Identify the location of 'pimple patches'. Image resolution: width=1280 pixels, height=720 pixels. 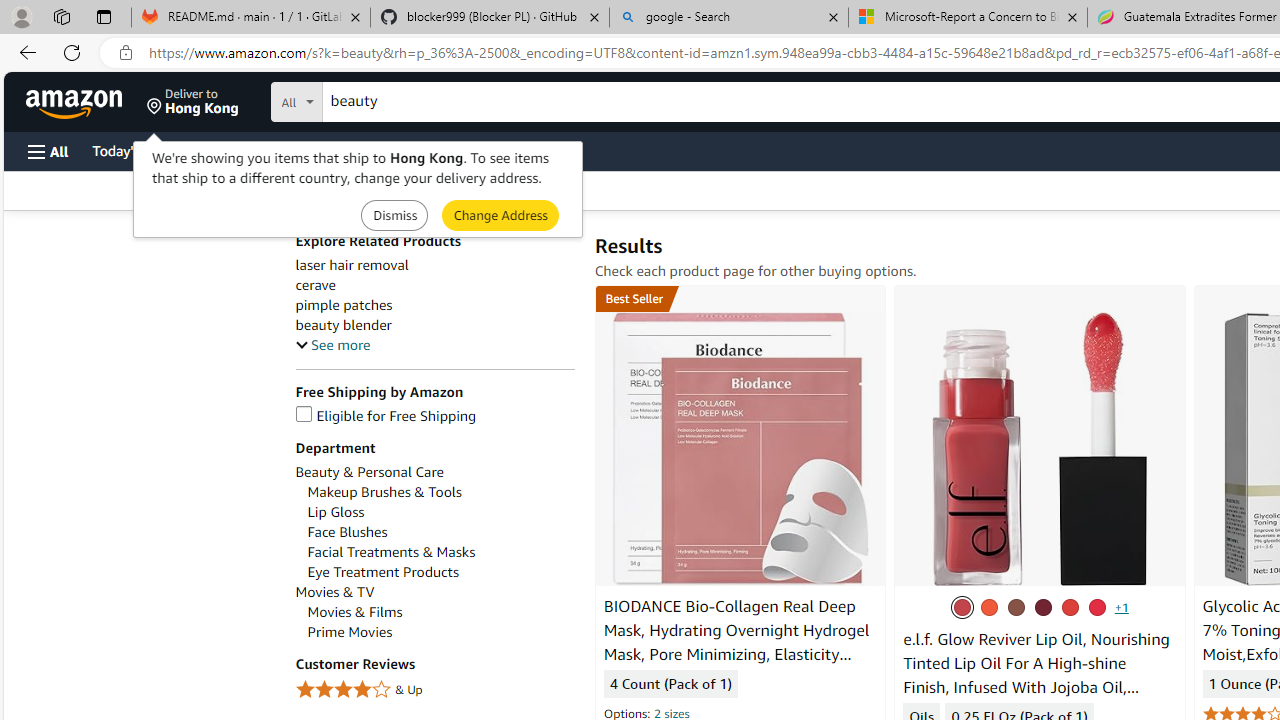
(343, 305).